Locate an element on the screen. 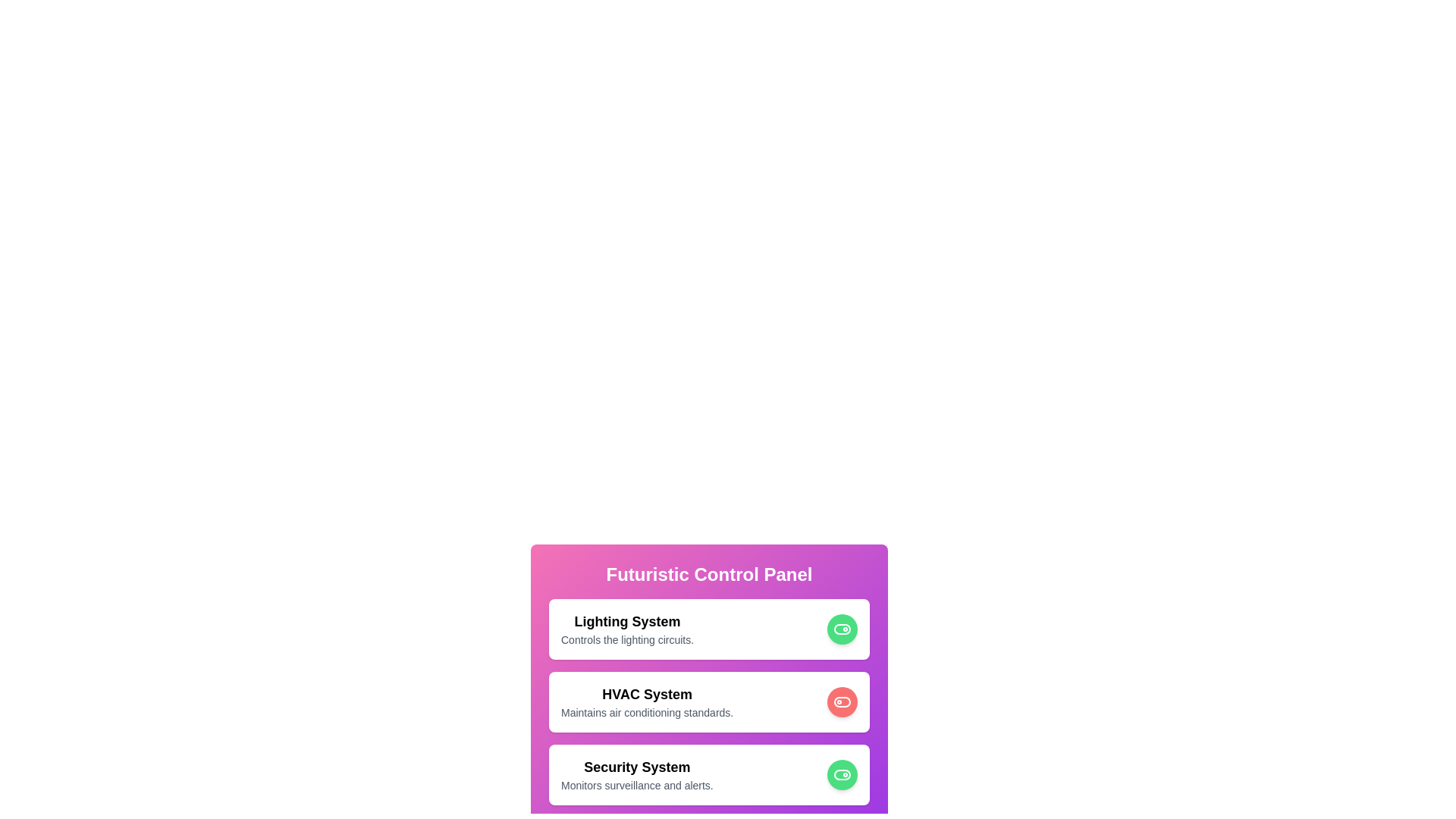 This screenshot has width=1456, height=819. the title area of the control panel is located at coordinates (708, 575).